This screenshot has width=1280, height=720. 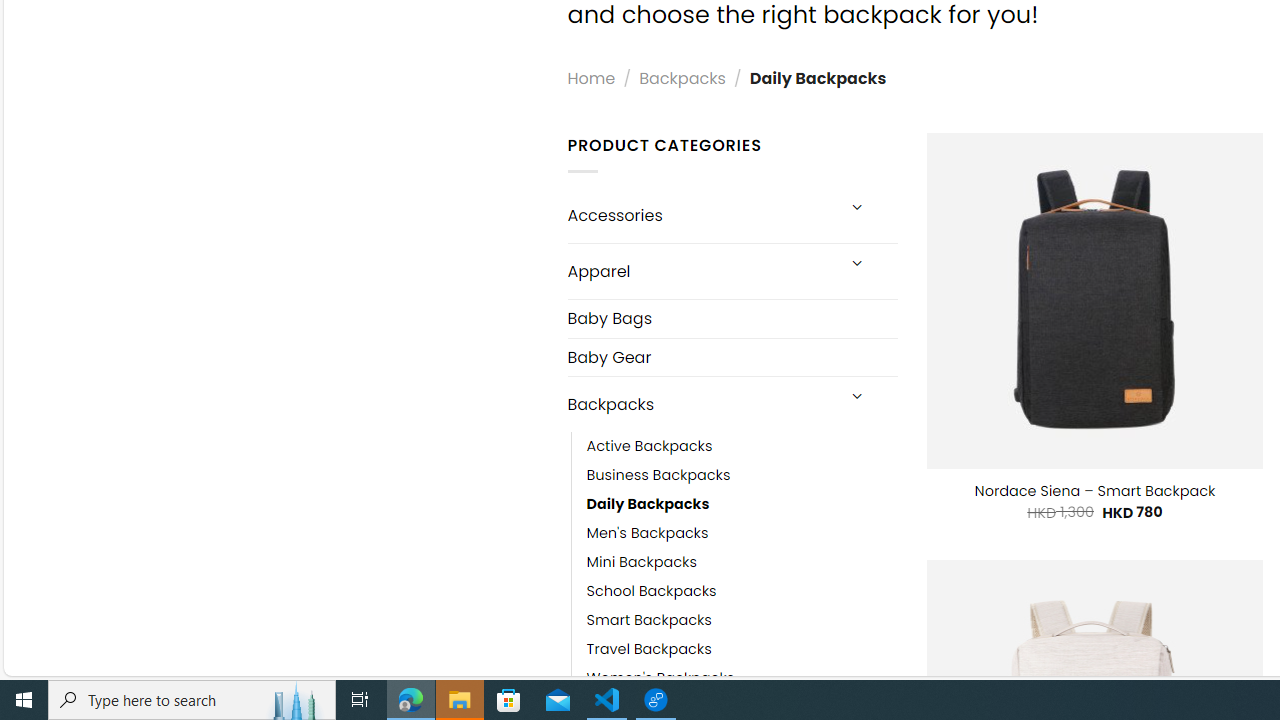 What do you see at coordinates (731, 317) in the screenshot?
I see `'Baby Bags'` at bounding box center [731, 317].